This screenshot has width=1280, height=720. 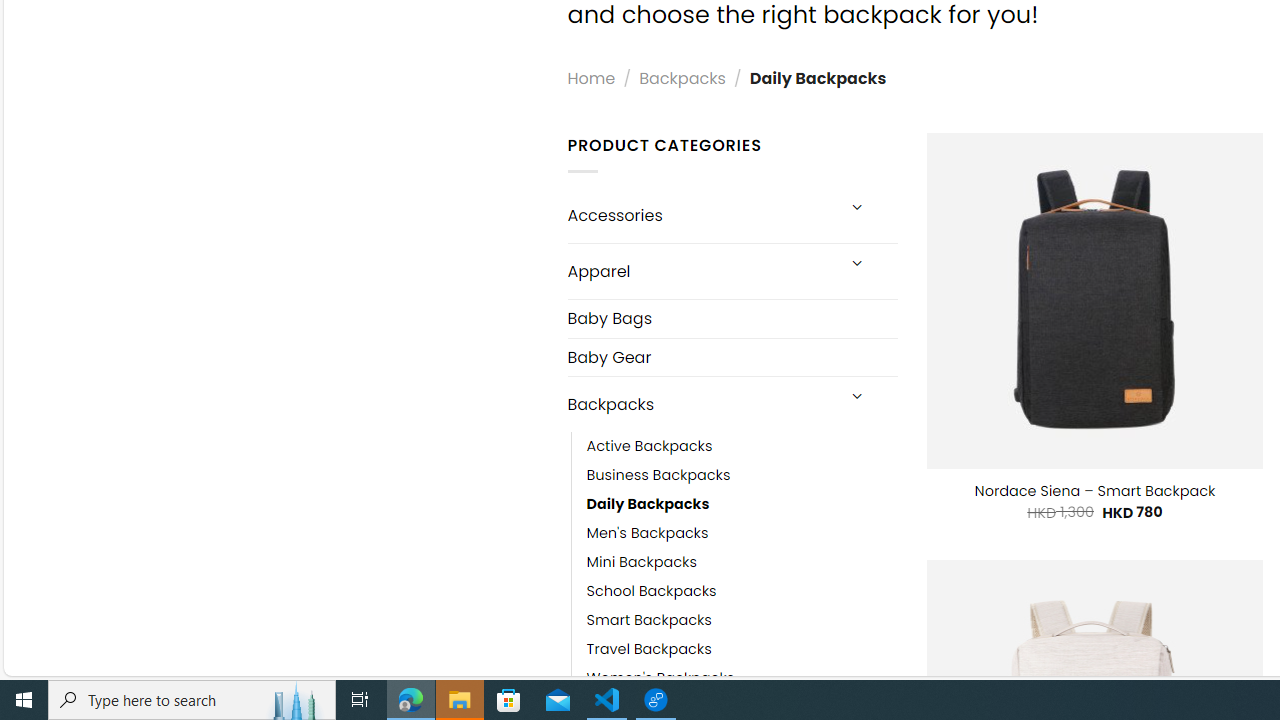 What do you see at coordinates (731, 317) in the screenshot?
I see `'Baby Bags'` at bounding box center [731, 317].